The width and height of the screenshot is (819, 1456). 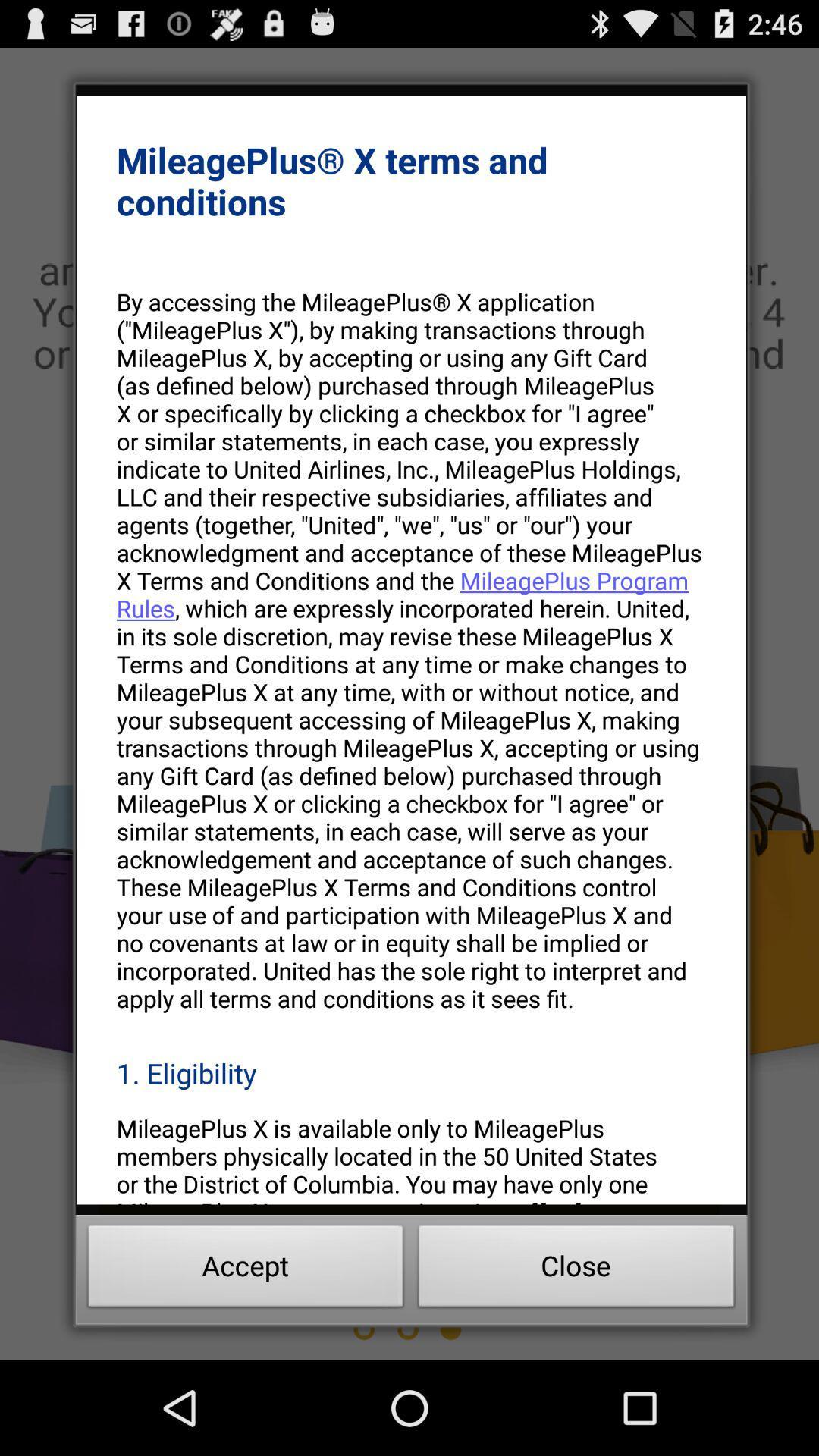 What do you see at coordinates (411, 650) in the screenshot?
I see `the by accessing the item` at bounding box center [411, 650].